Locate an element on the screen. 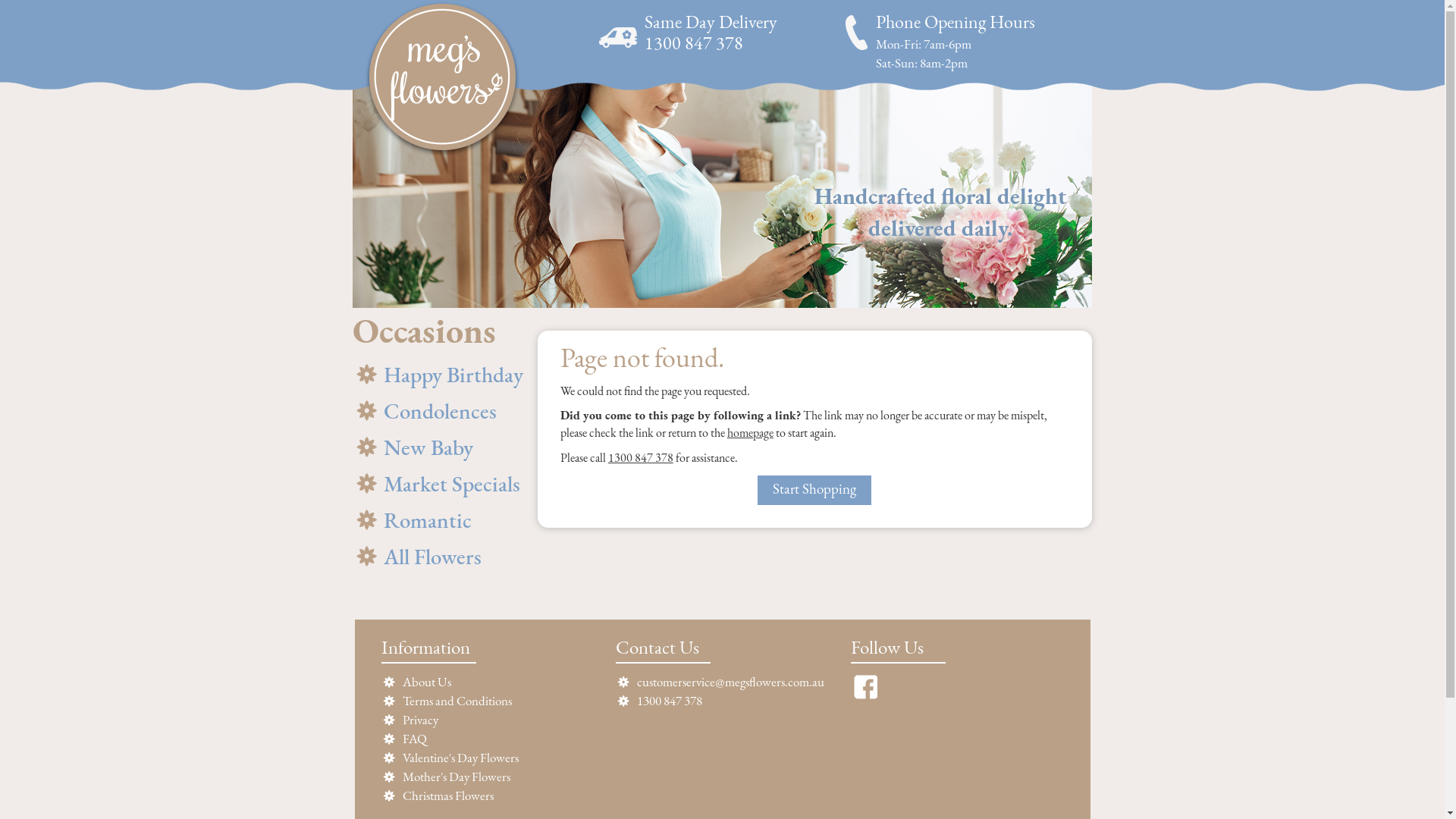  'Privacy' is located at coordinates (401, 720).